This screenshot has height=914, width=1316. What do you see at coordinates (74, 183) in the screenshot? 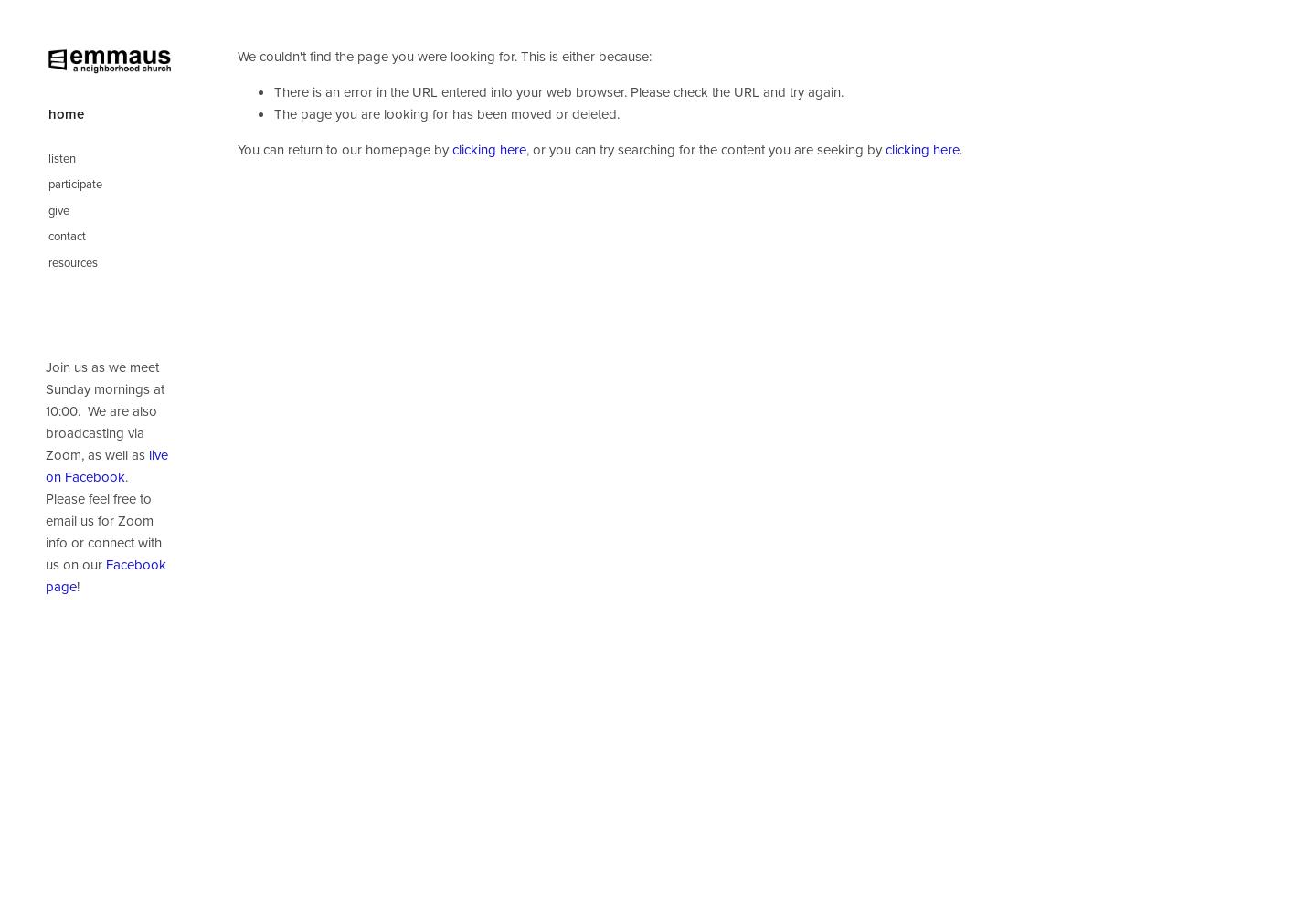
I see `'participate'` at bounding box center [74, 183].